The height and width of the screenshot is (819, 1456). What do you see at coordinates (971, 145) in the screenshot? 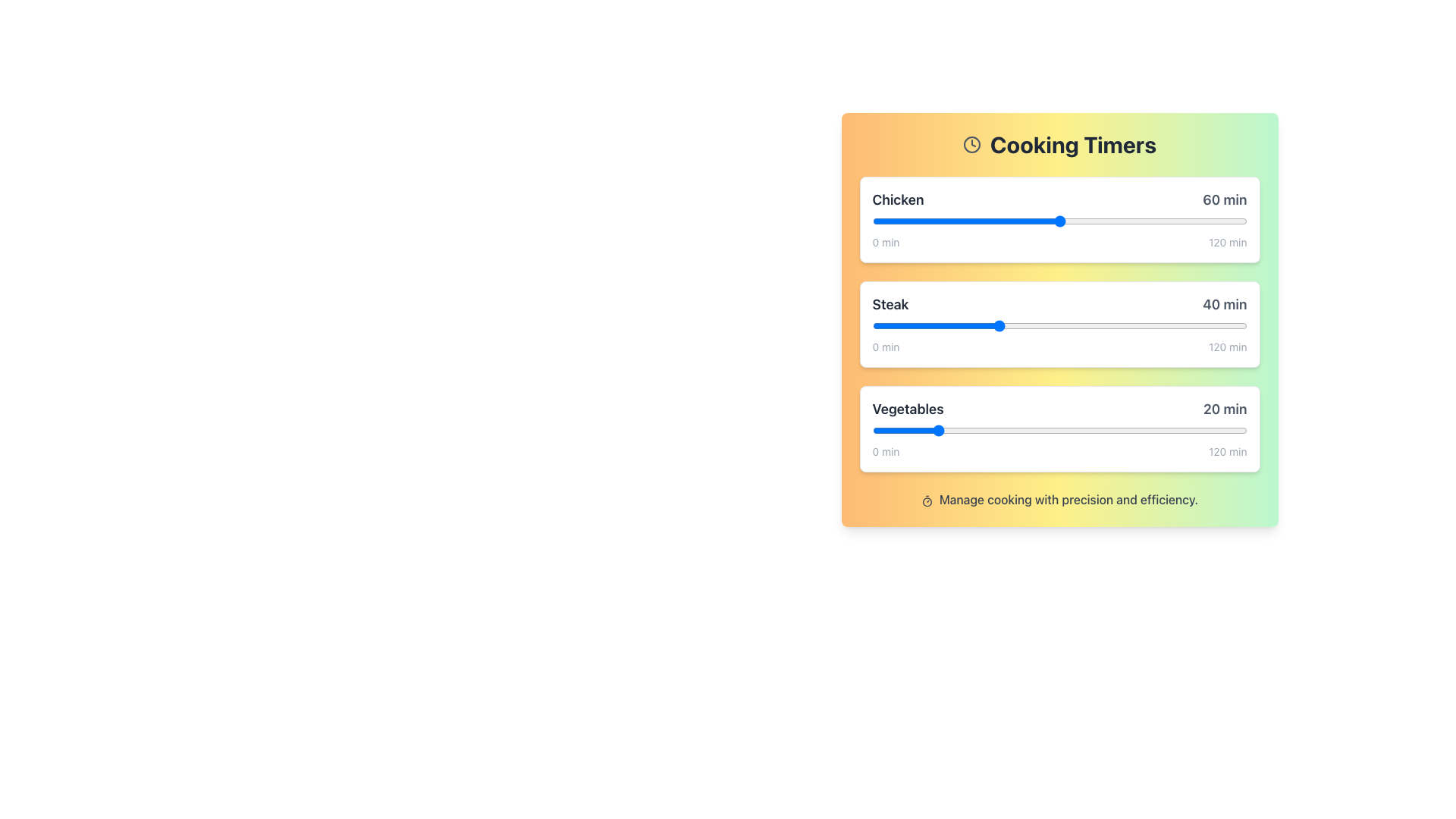
I see `the clock icon located to the left of the 'Cooking Timers' text in the top left area of the module` at bounding box center [971, 145].